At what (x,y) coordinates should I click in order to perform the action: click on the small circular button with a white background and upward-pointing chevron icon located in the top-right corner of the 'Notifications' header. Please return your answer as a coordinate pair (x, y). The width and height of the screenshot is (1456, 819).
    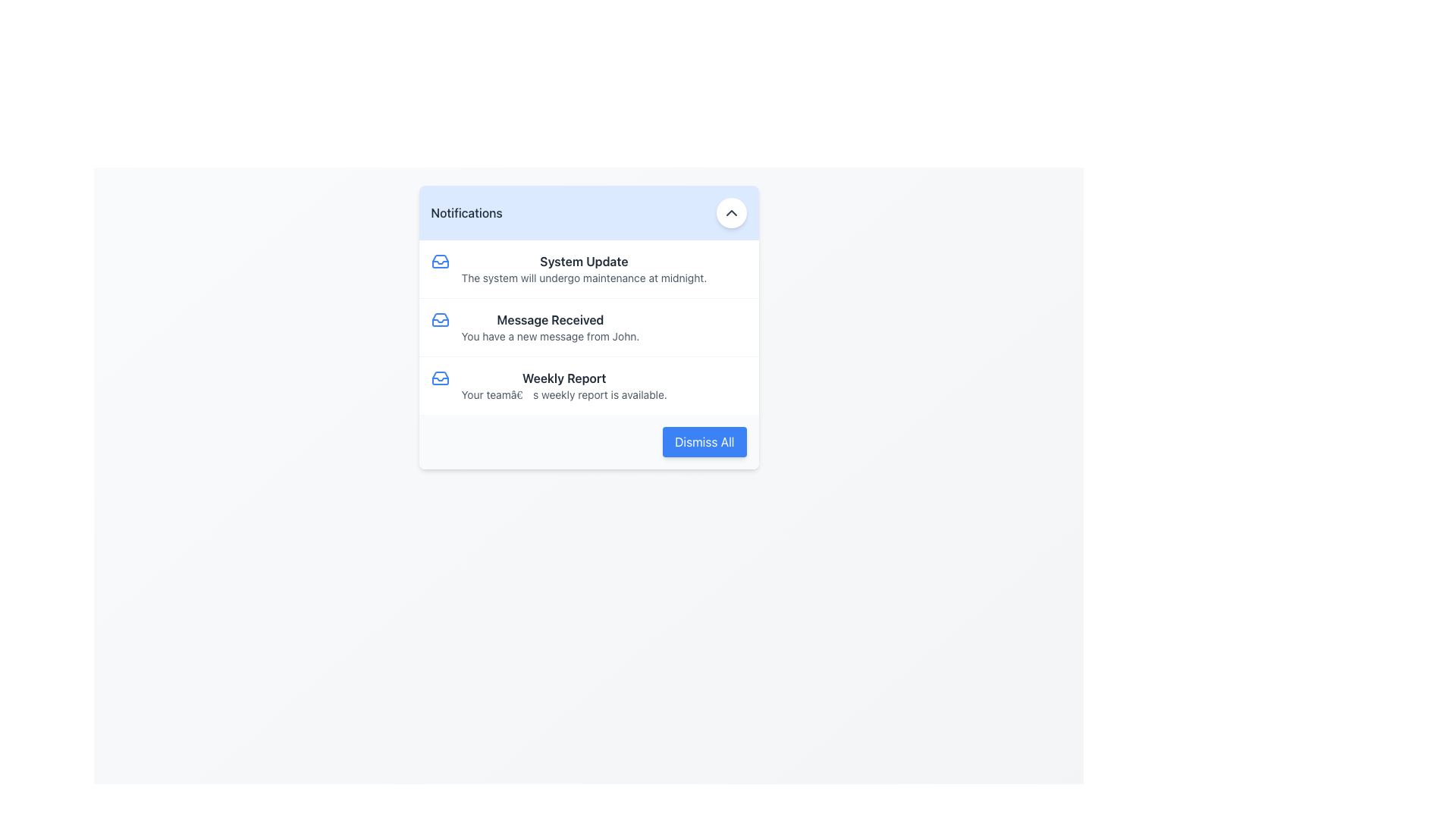
    Looking at the image, I should click on (731, 213).